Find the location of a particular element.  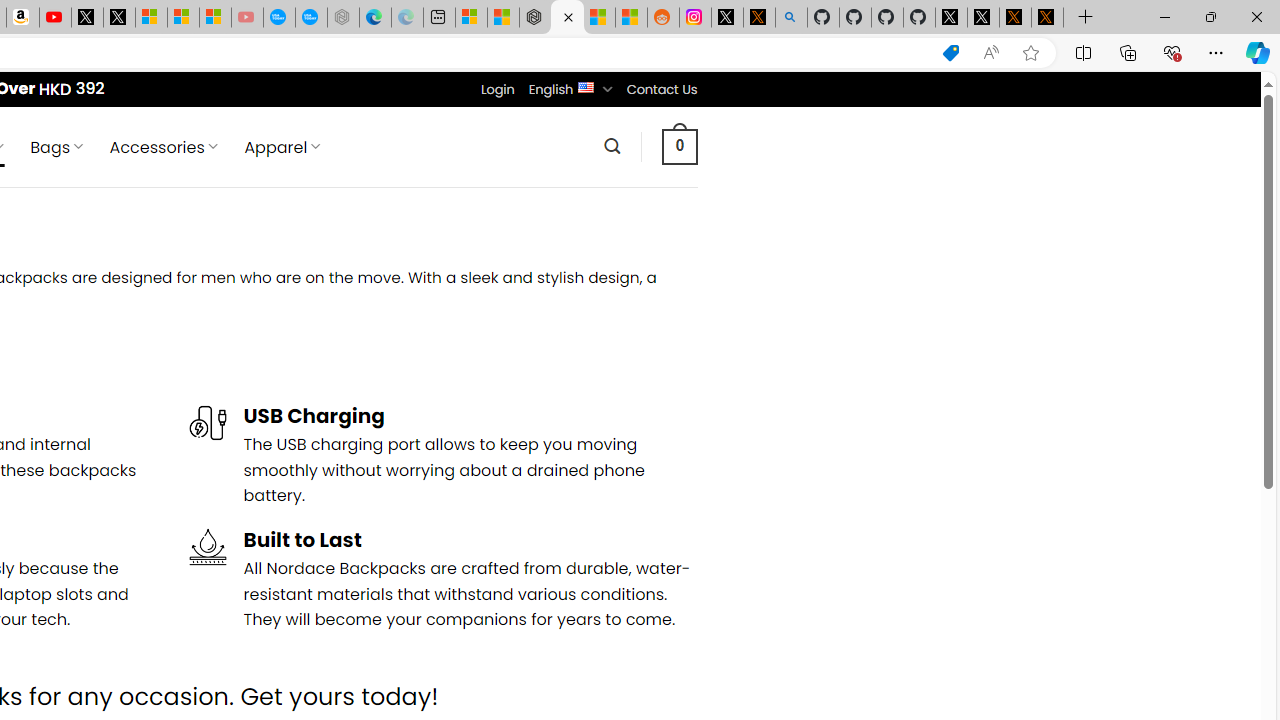

'X Privacy Policy' is located at coordinates (1046, 17).